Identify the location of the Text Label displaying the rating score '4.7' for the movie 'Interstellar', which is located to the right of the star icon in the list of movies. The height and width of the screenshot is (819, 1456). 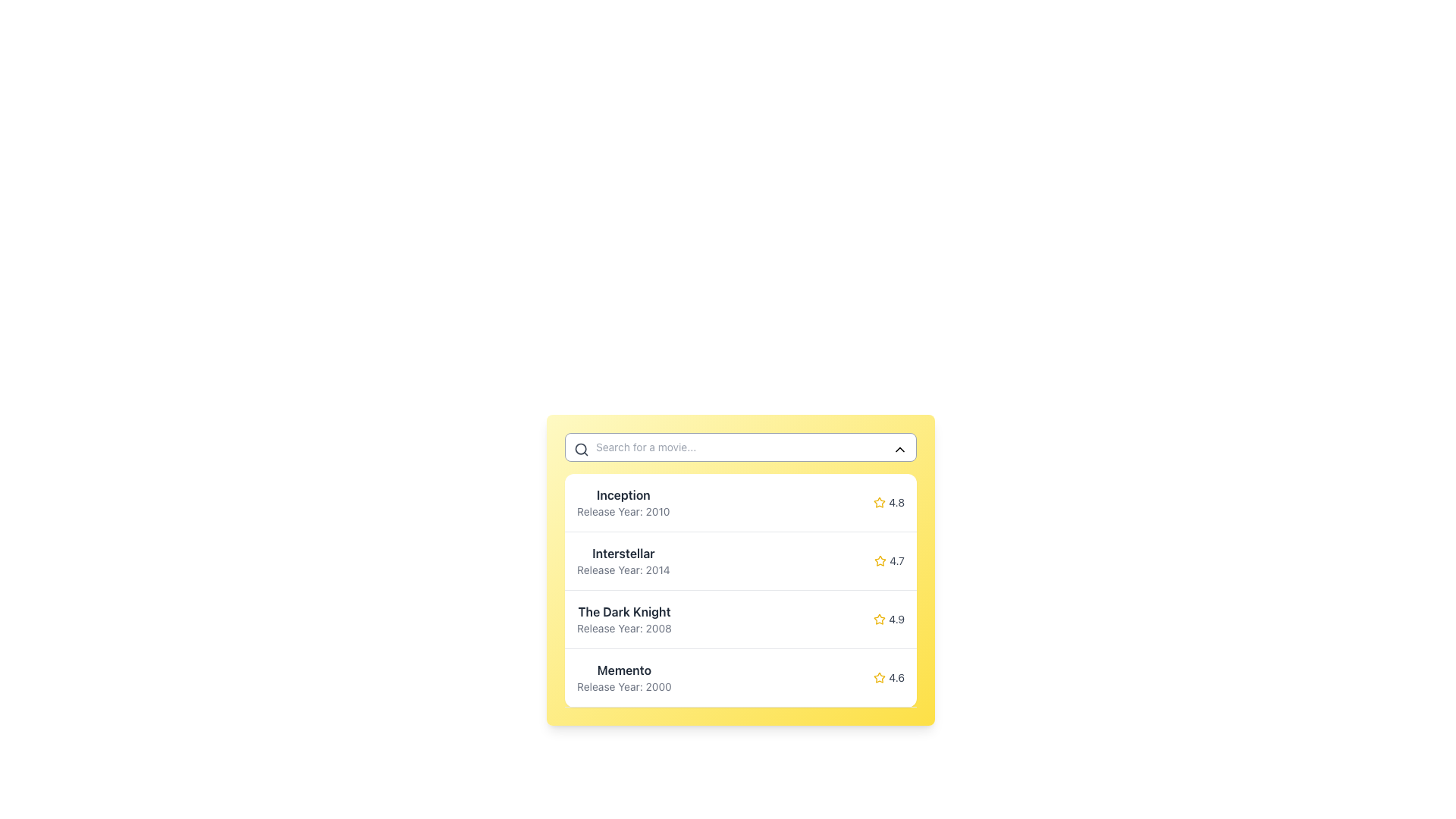
(897, 561).